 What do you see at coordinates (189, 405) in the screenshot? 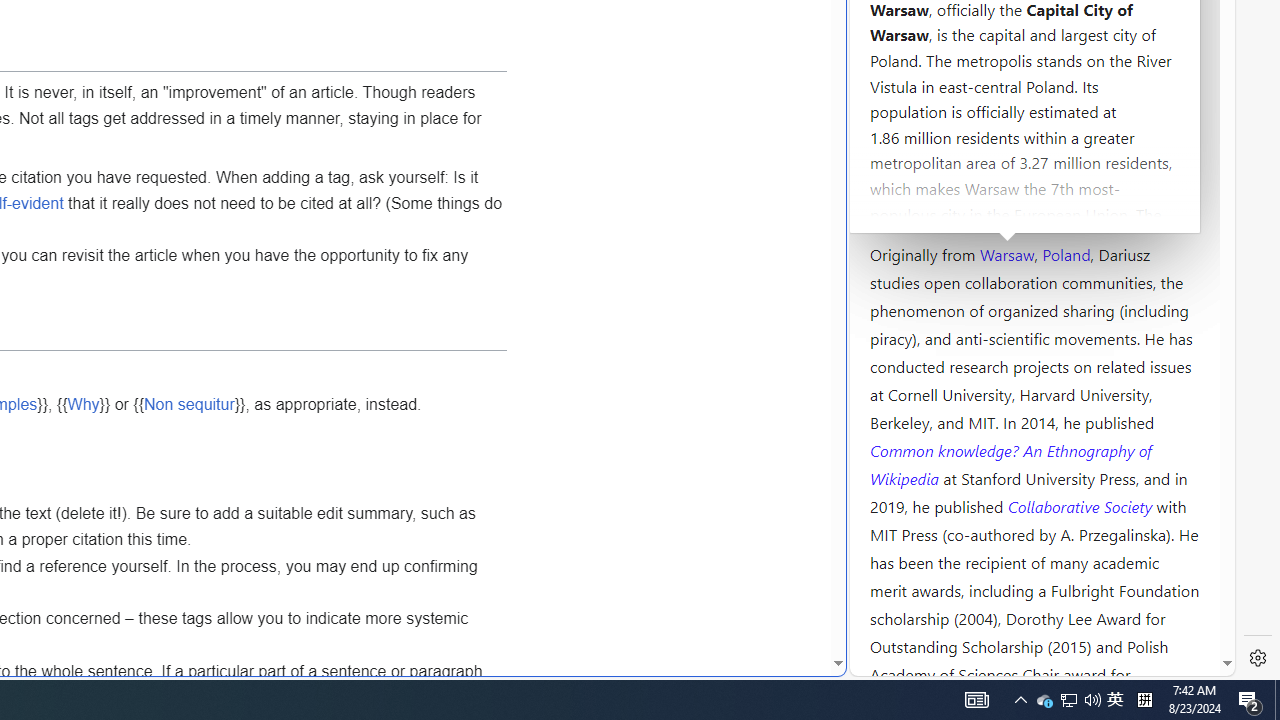
I see `'Non sequitur'` at bounding box center [189, 405].